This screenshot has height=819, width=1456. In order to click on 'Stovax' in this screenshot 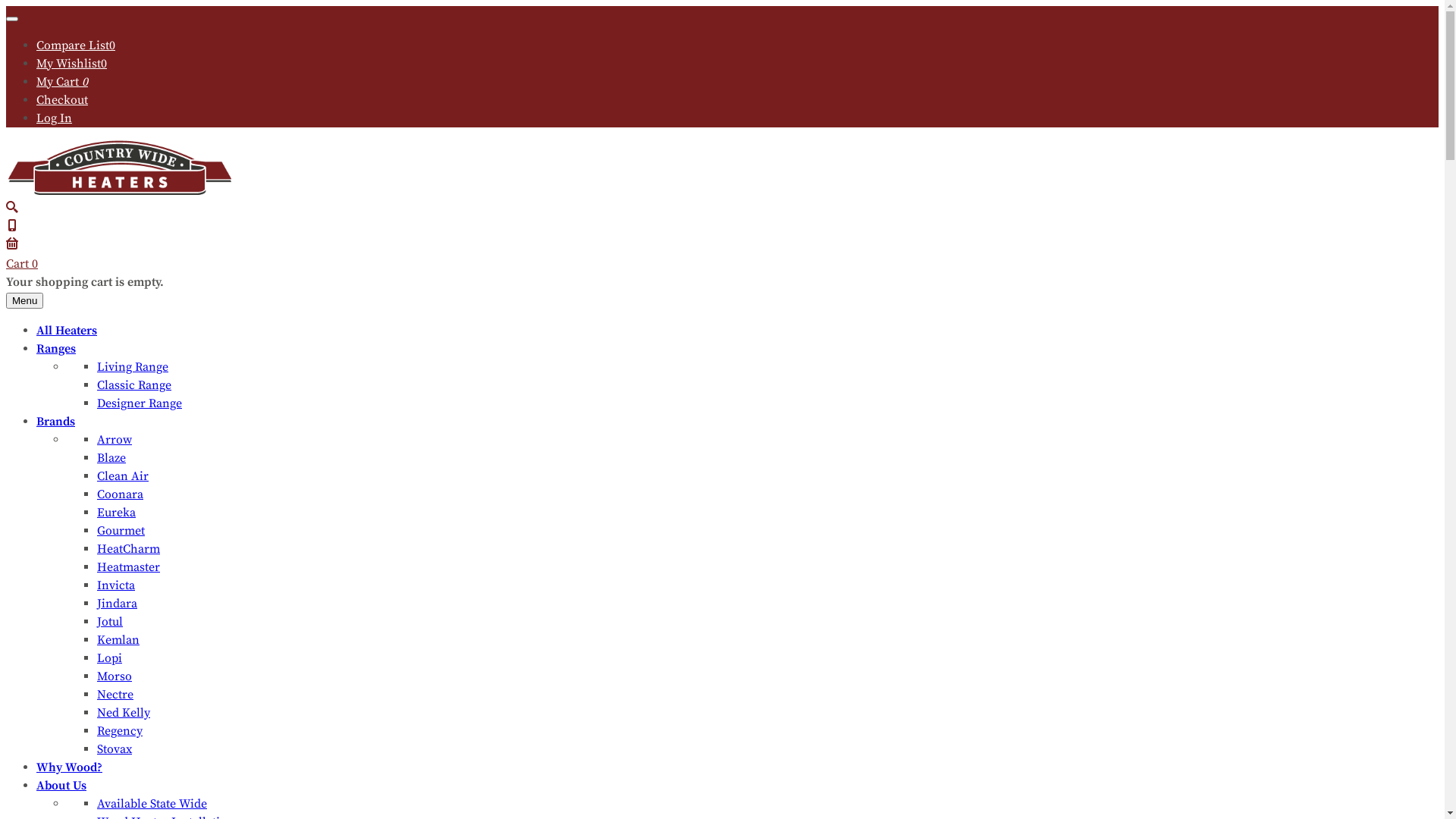, I will do `click(113, 748)`.